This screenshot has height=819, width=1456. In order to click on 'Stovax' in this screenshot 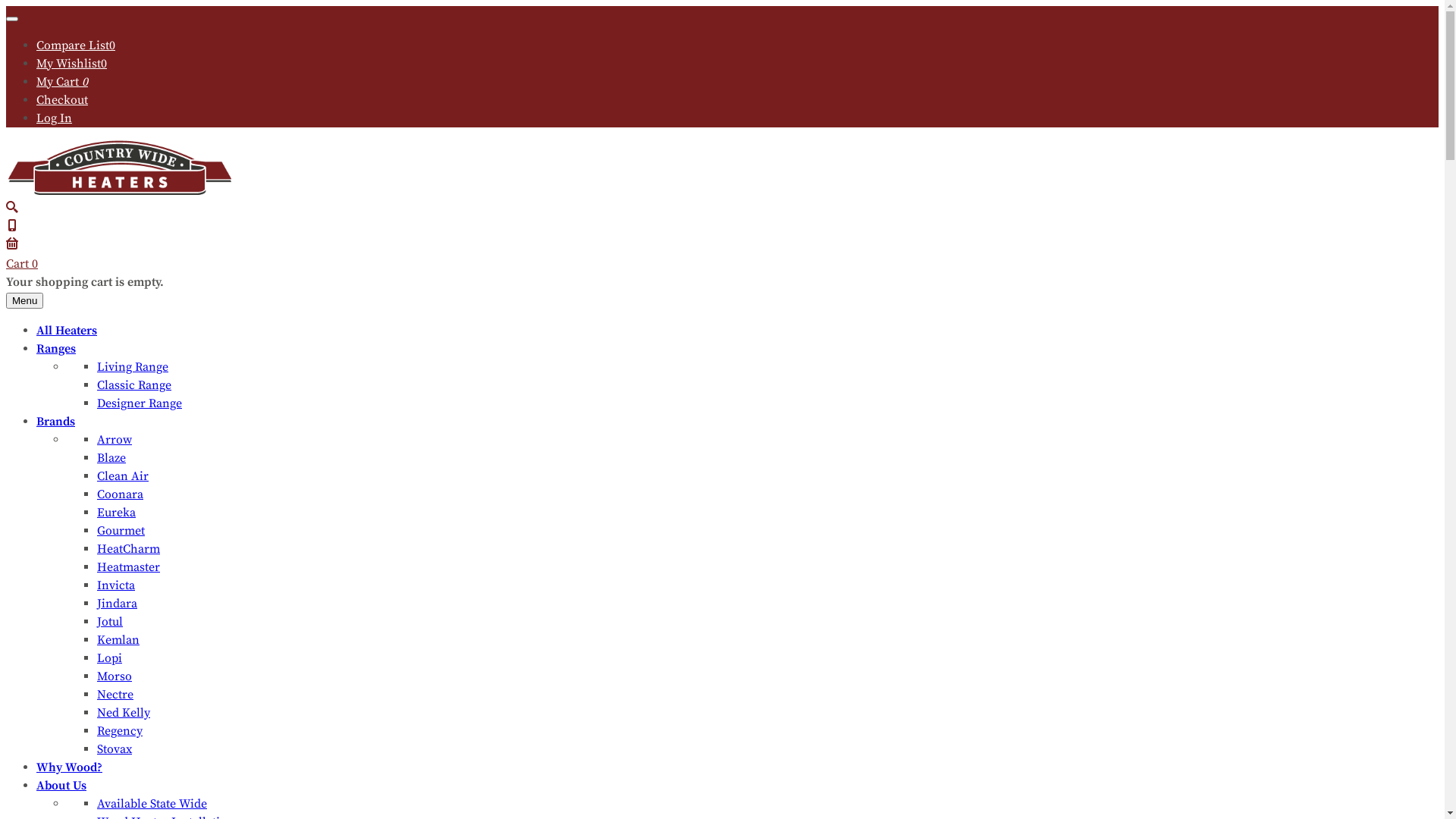, I will do `click(113, 748)`.